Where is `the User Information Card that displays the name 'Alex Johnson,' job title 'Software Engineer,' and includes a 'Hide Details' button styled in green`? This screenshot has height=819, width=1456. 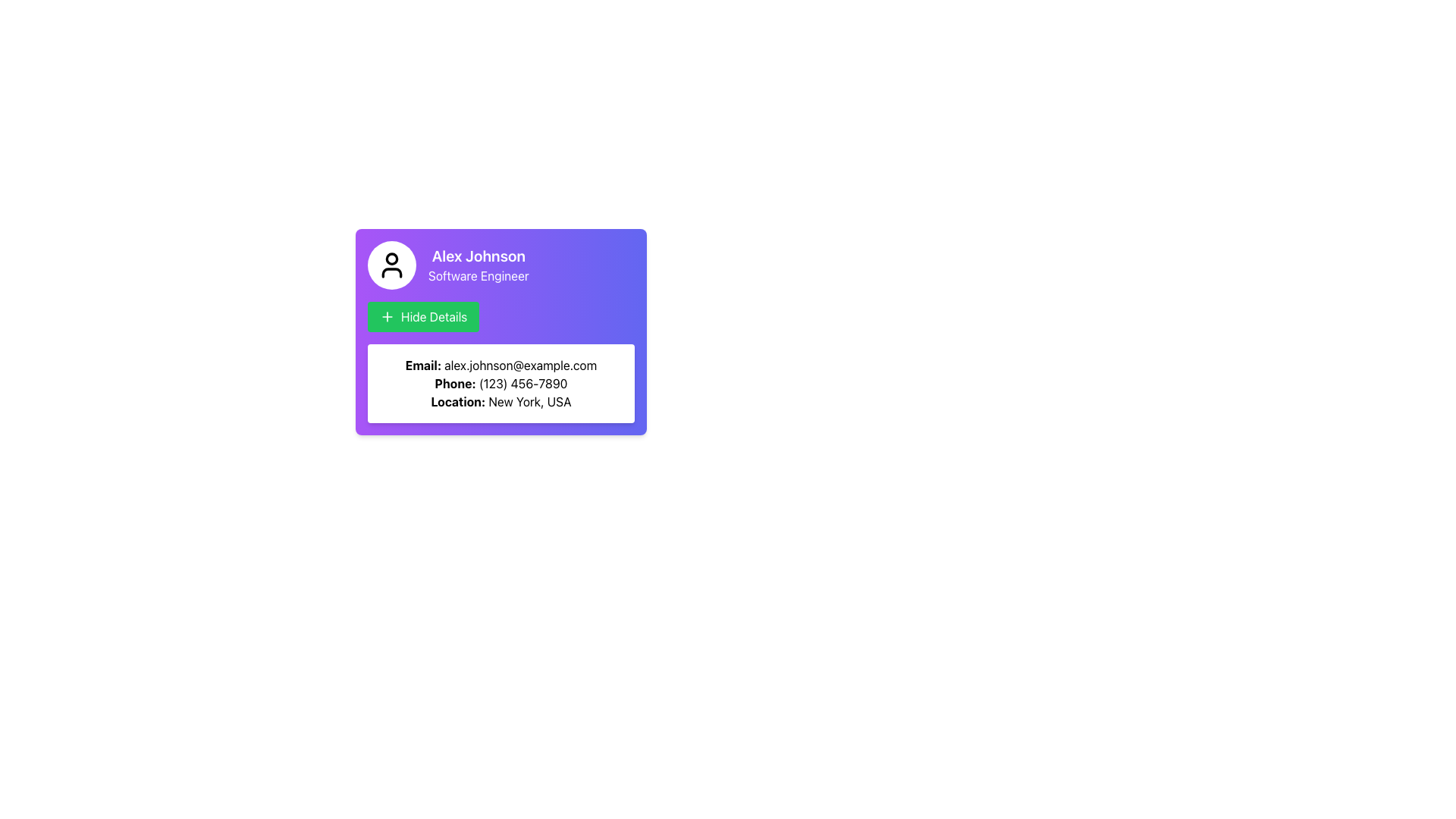
the User Information Card that displays the name 'Alex Johnson,' job title 'Software Engineer,' and includes a 'Hide Details' button styled in green is located at coordinates (519, 327).